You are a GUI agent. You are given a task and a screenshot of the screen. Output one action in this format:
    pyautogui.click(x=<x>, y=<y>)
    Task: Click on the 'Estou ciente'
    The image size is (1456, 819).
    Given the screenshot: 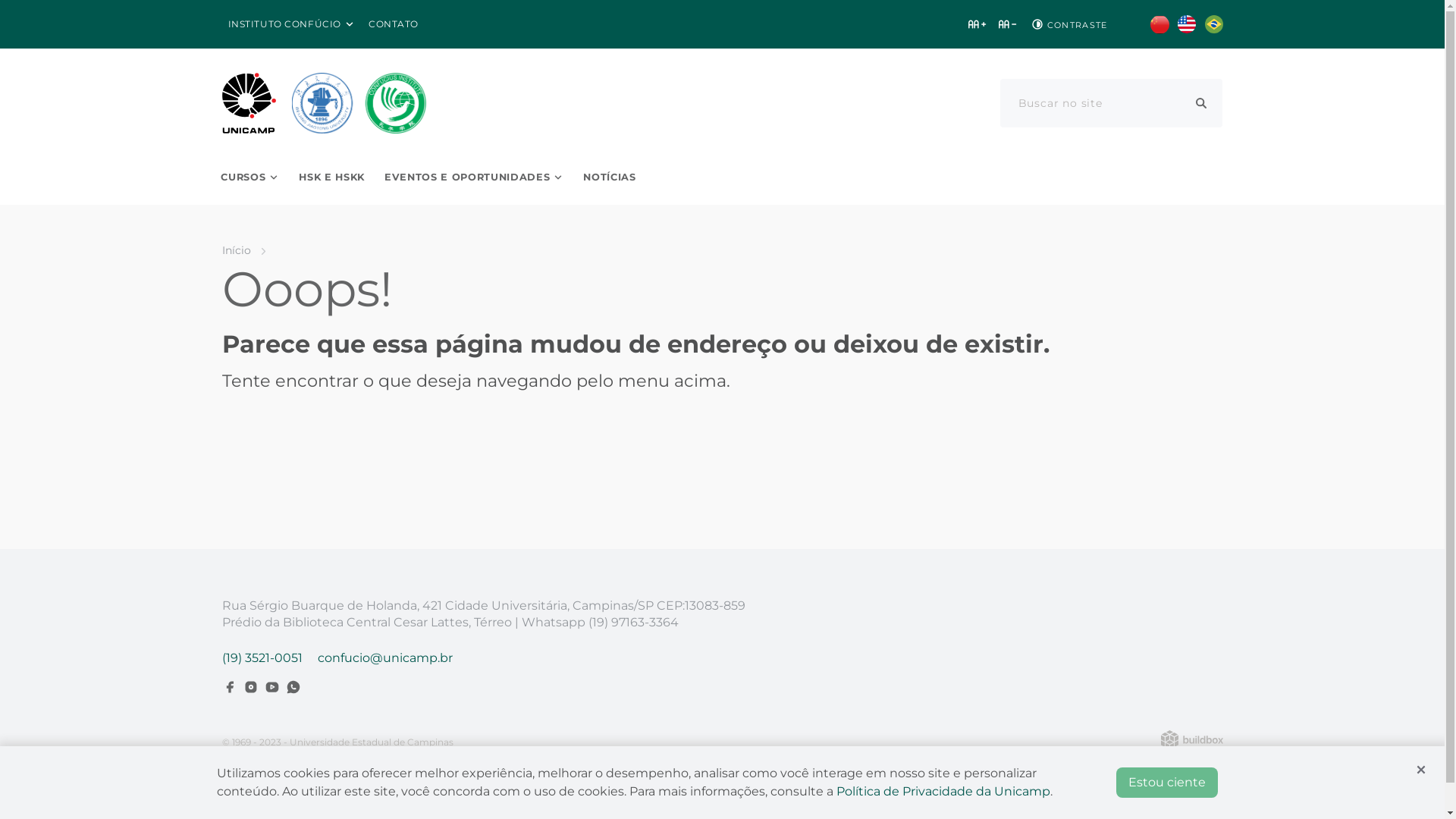 What is the action you would take?
    pyautogui.click(x=1166, y=783)
    